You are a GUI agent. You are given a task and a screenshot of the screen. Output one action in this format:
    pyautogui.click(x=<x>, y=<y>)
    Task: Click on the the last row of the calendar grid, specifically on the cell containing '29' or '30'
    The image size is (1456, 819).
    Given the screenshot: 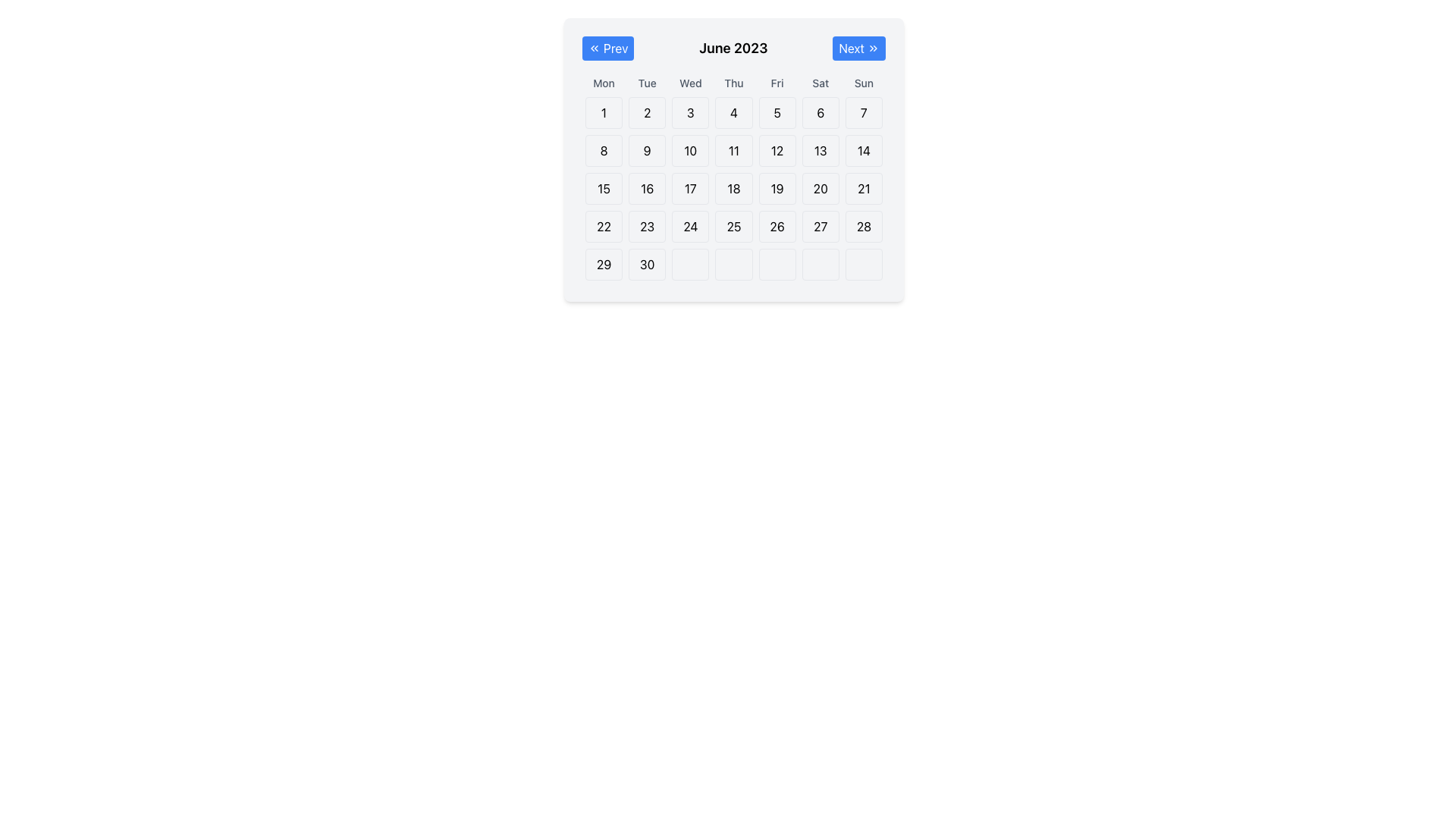 What is the action you would take?
    pyautogui.click(x=734, y=263)
    